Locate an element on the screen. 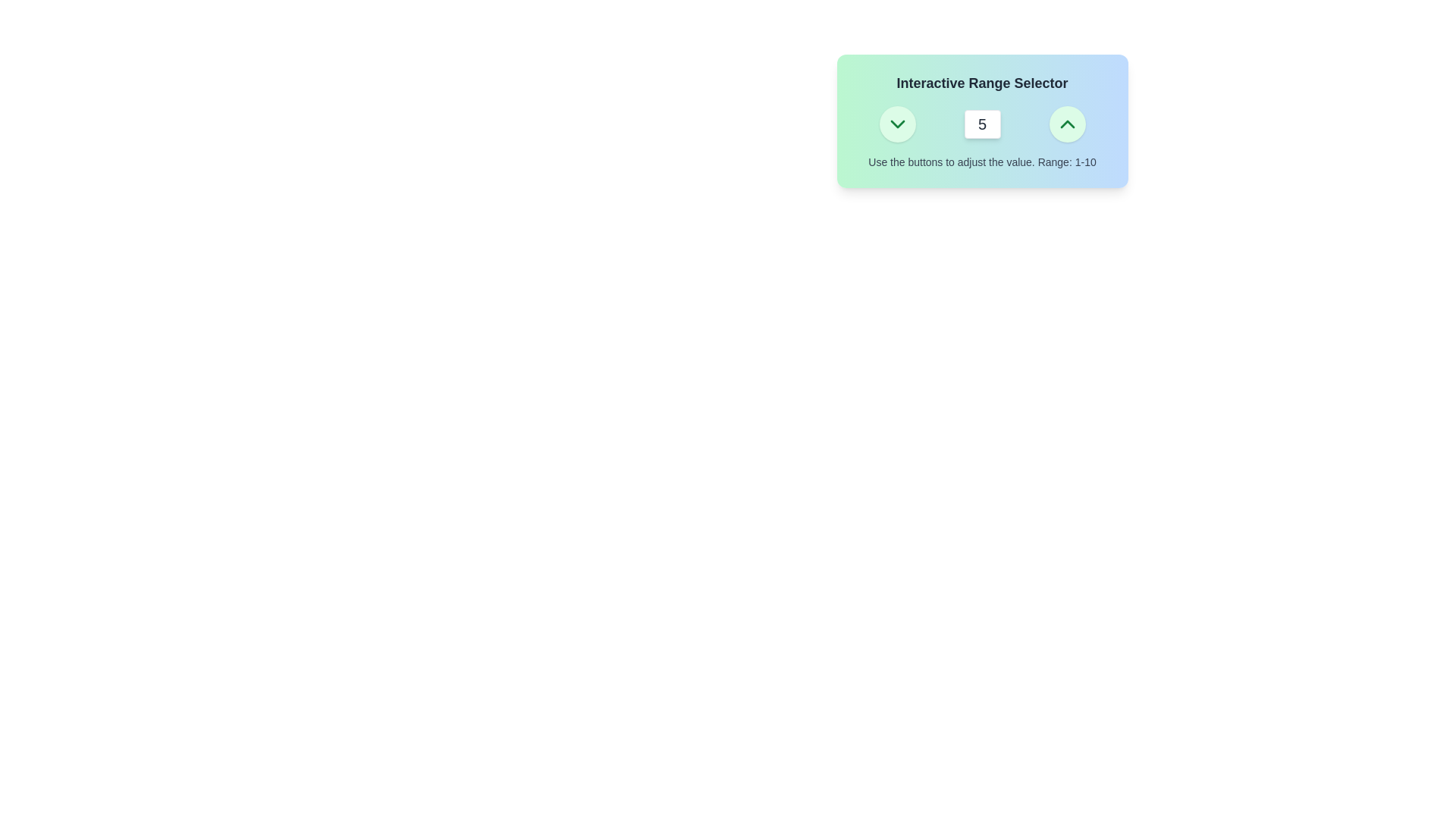 The height and width of the screenshot is (819, 1456). the circular green button with a downward-pointing chevron icon is located at coordinates (897, 124).